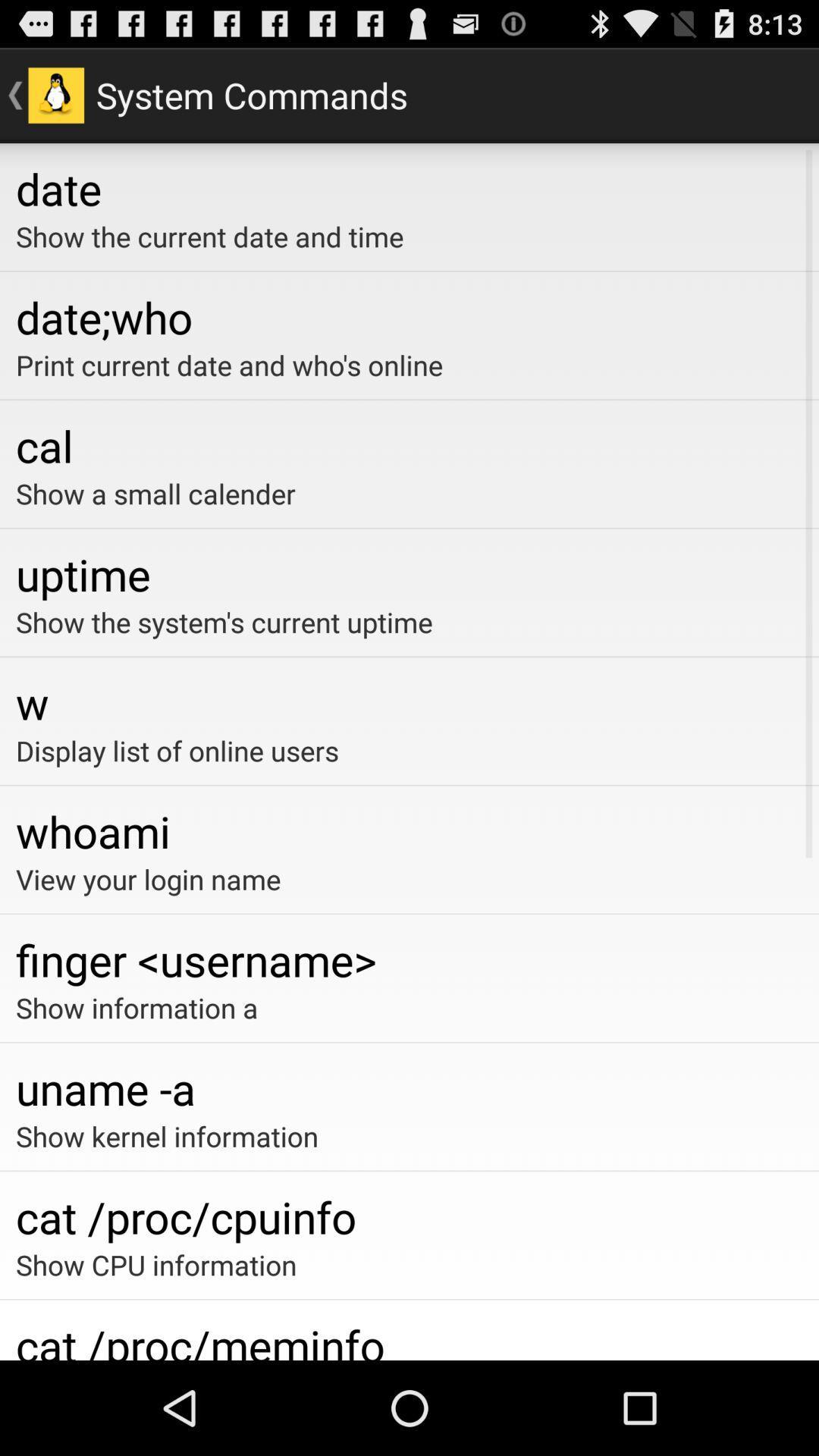 This screenshot has height=1456, width=819. Describe the element at coordinates (409, 1087) in the screenshot. I see `item below show information a app` at that location.